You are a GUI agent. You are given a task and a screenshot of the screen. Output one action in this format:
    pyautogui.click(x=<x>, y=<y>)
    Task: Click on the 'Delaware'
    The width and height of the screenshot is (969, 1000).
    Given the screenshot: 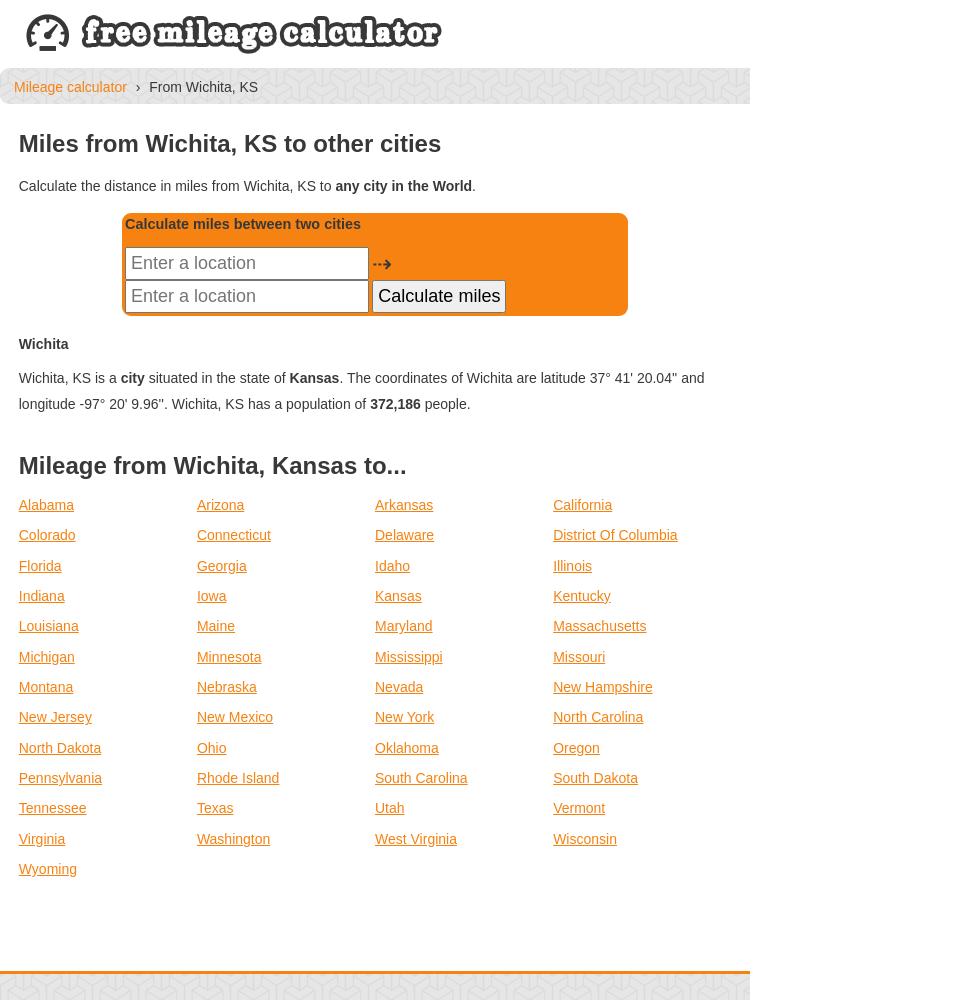 What is the action you would take?
    pyautogui.click(x=375, y=535)
    